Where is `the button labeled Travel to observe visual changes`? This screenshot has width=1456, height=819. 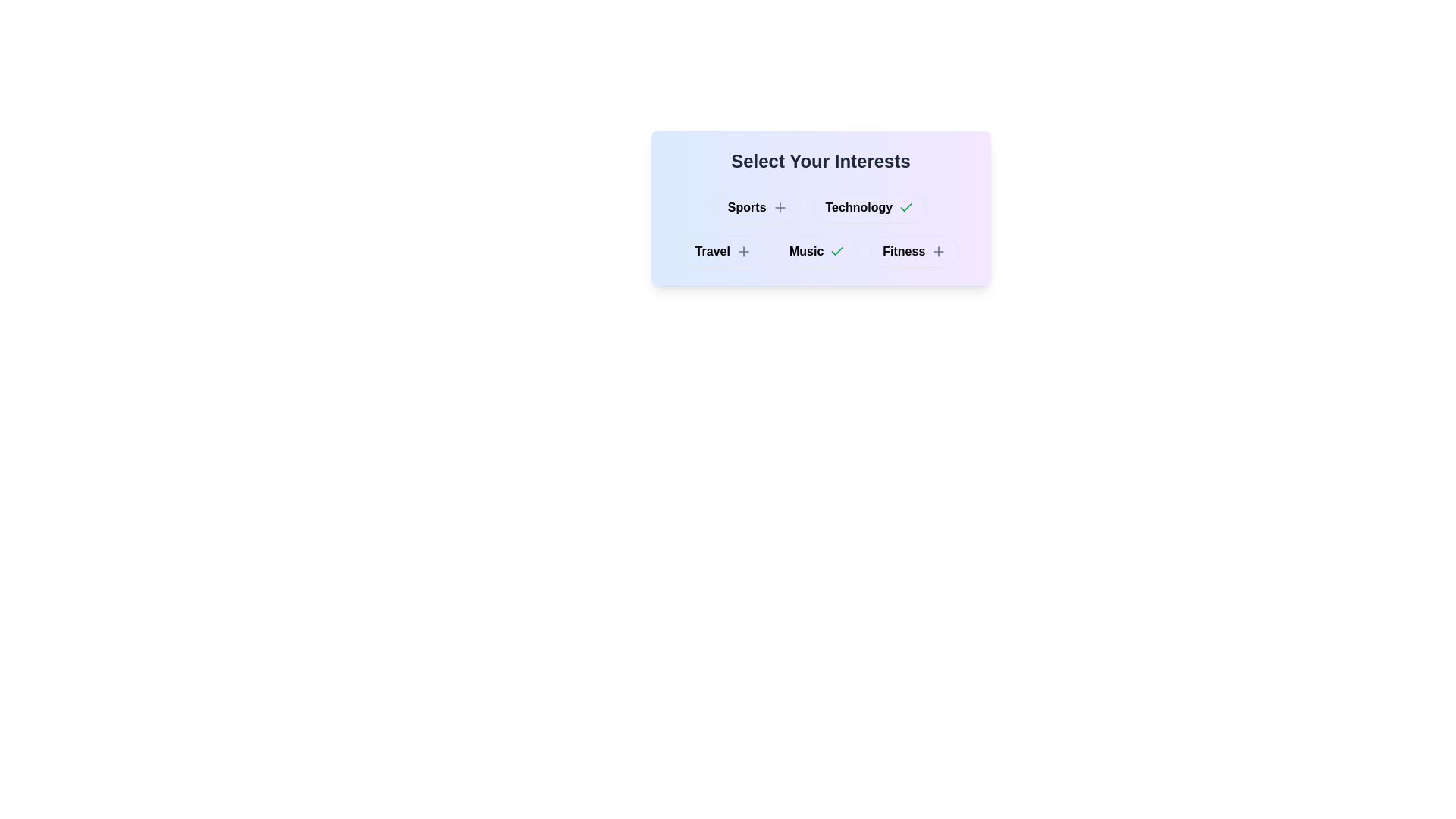
the button labeled Travel to observe visual changes is located at coordinates (723, 250).